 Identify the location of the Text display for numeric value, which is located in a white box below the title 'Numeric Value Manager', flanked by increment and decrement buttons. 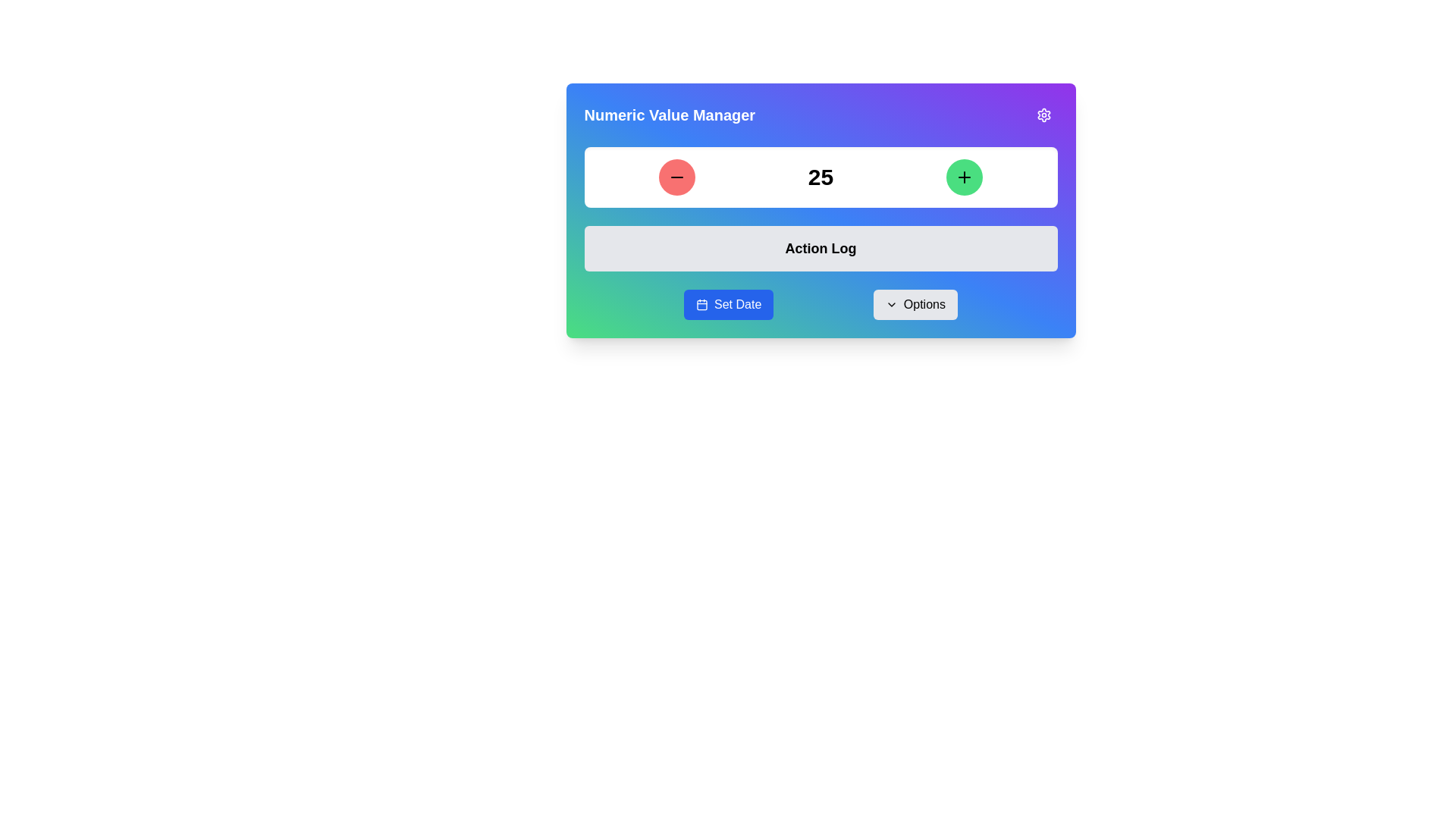
(820, 177).